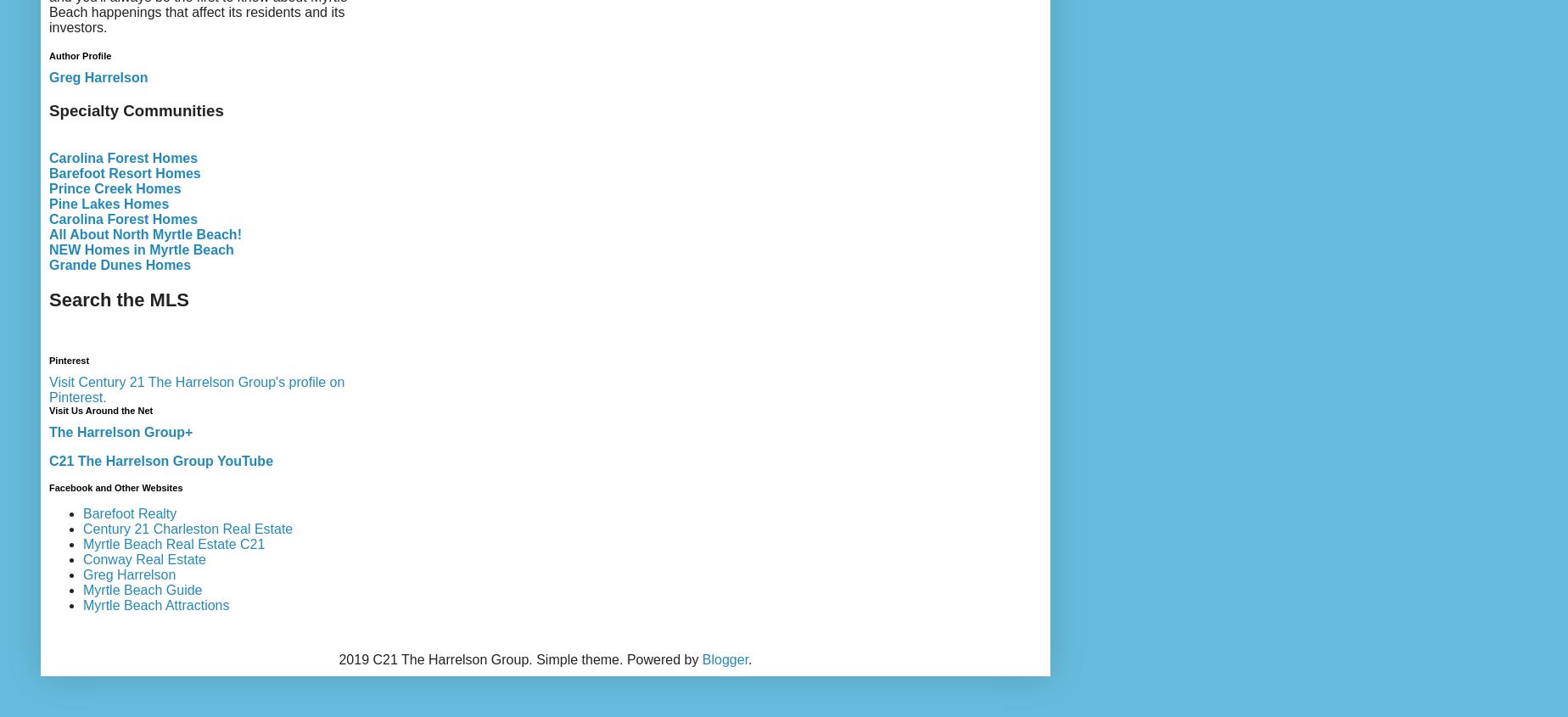 The width and height of the screenshot is (1568, 717). Describe the element at coordinates (142, 588) in the screenshot. I see `'Myrtle Beach Guide'` at that location.